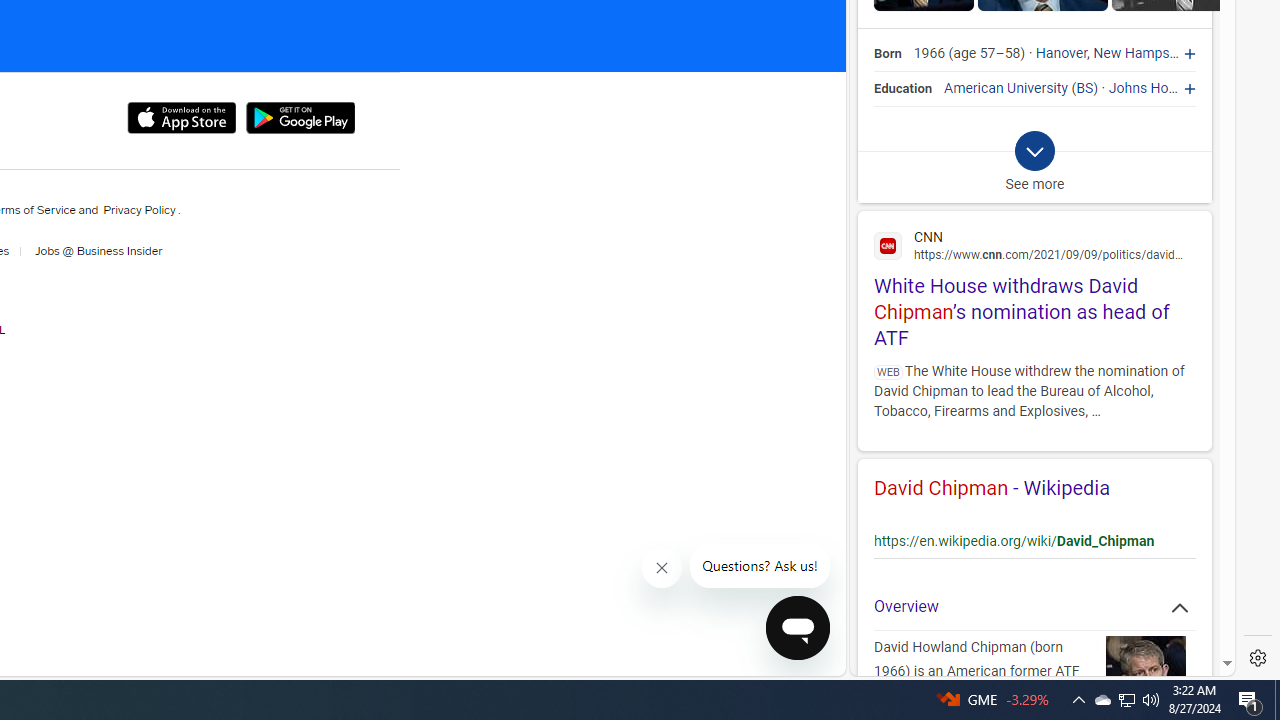  What do you see at coordinates (1143, 53) in the screenshot?
I see `'New Hampshire'` at bounding box center [1143, 53].